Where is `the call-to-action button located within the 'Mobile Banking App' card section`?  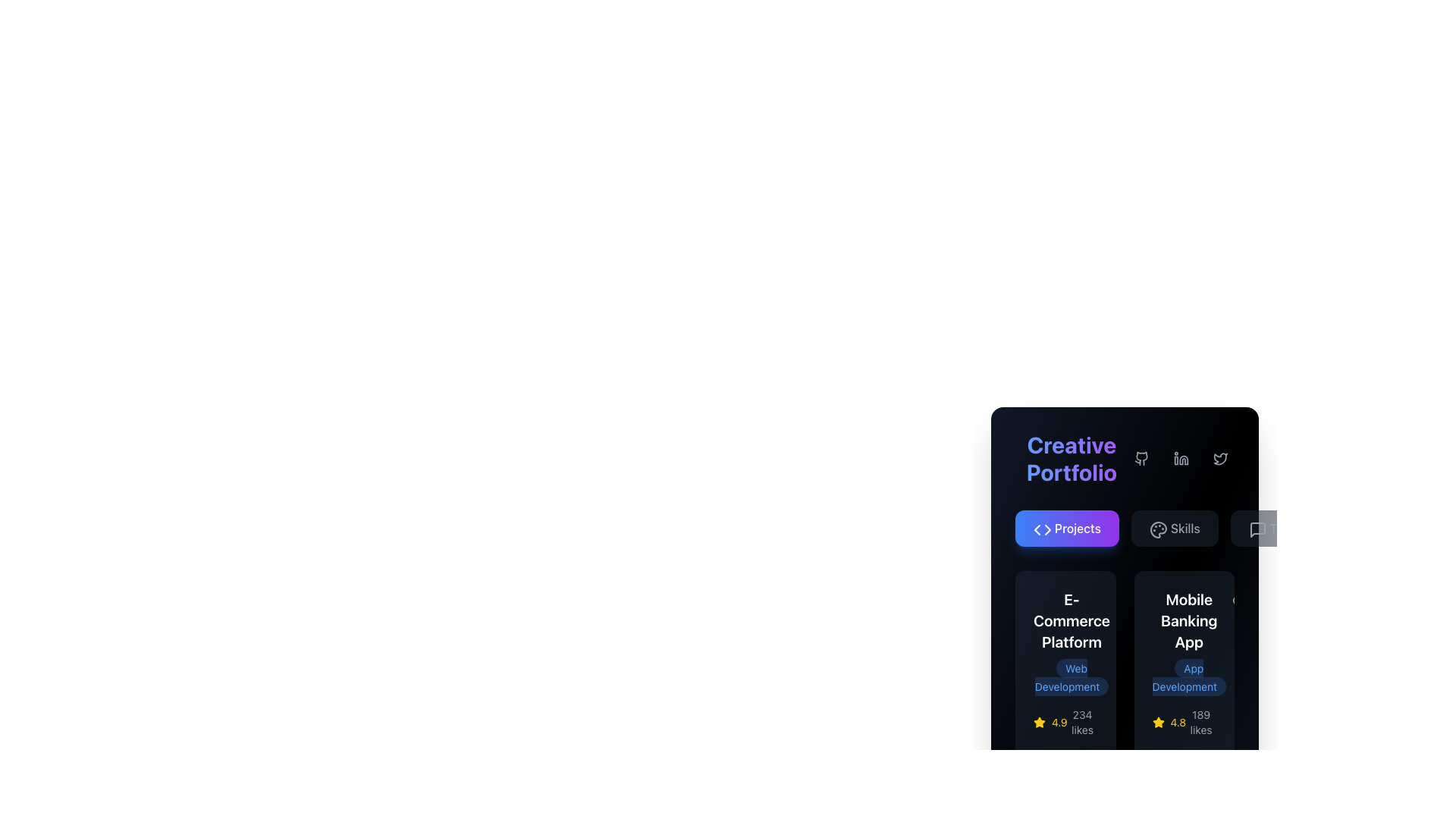 the call-to-action button located within the 'Mobile Banking App' card section is located at coordinates (1183, 663).